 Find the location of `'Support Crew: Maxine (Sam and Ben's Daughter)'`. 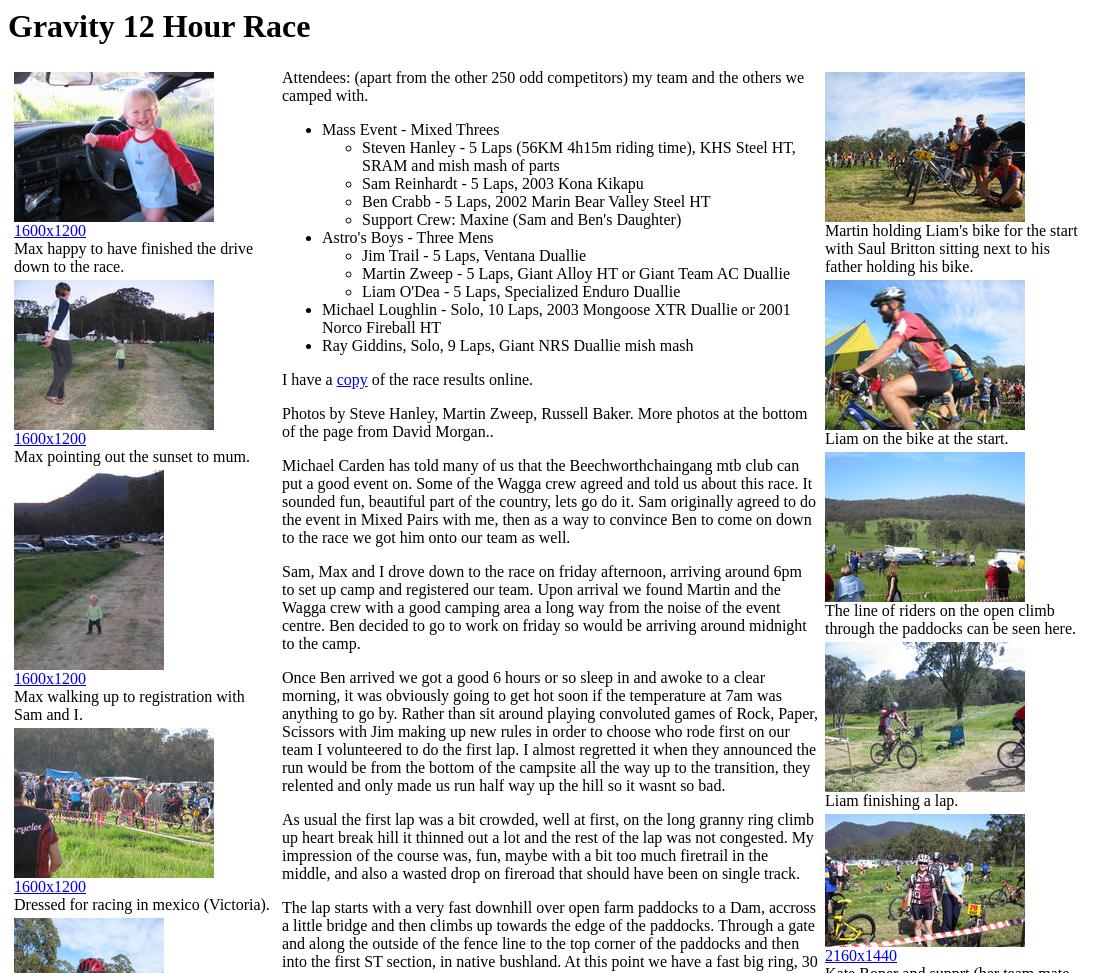

'Support Crew: Maxine (Sam and Ben's Daughter)' is located at coordinates (521, 218).